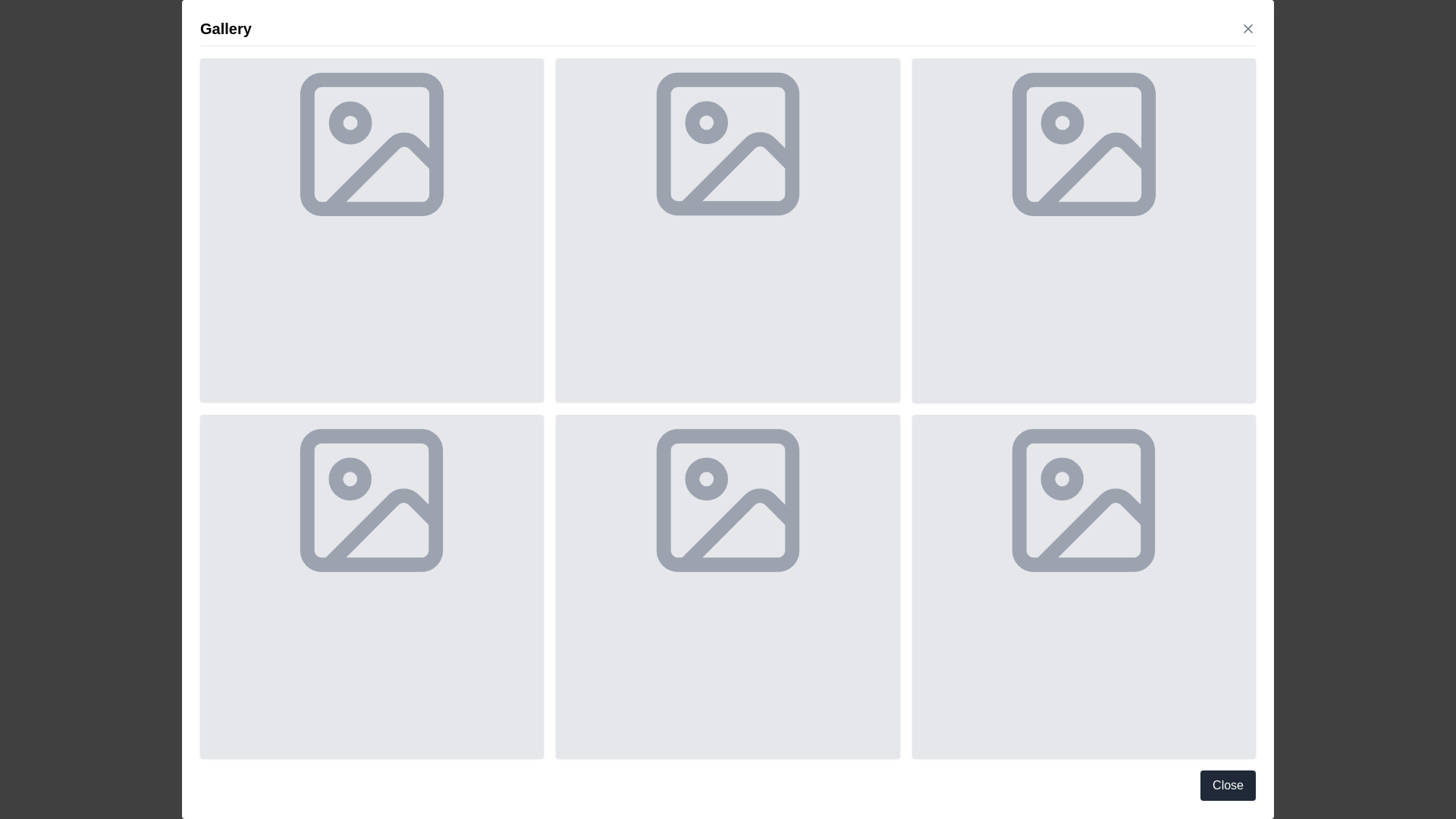 This screenshot has width=1456, height=819. Describe the element at coordinates (728, 230) in the screenshot. I see `the image placeholder located in the second column of the first row within a 3x2 grid layout` at that location.